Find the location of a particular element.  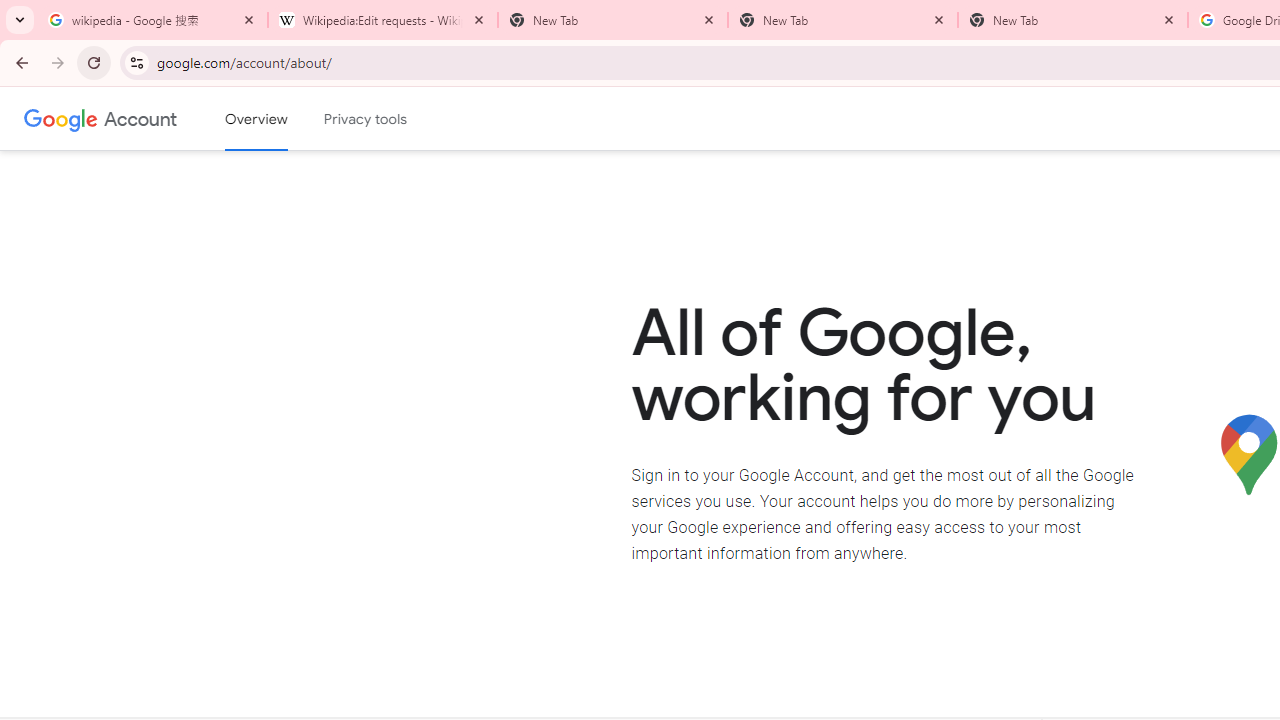

'Google logo' is located at coordinates (61, 118).